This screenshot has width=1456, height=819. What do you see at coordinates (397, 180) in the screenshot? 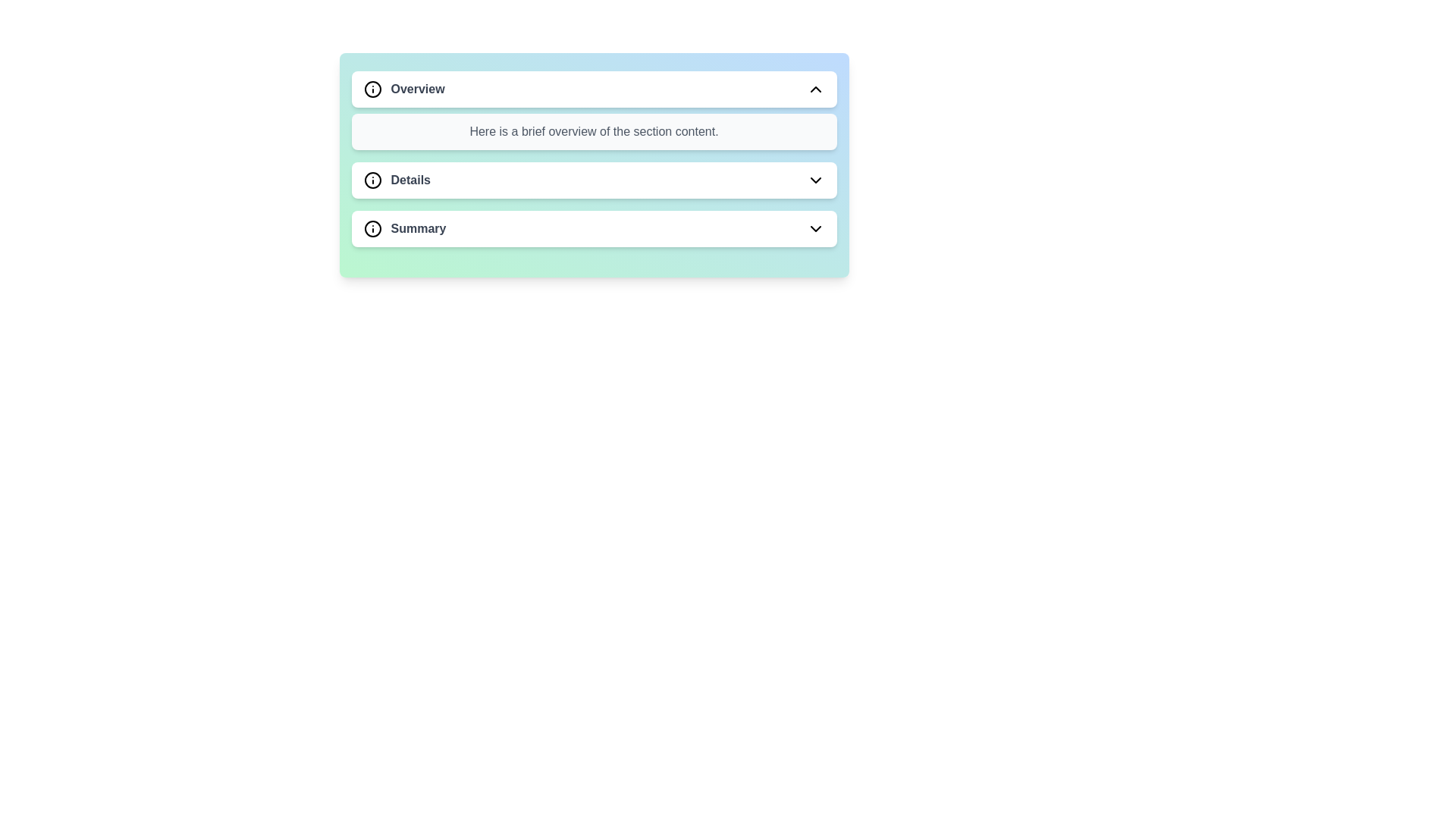
I see `the 'Details' button-like section item, which features a circular 'i' icon and is the second option in a vertical list beneath 'Overview'` at bounding box center [397, 180].